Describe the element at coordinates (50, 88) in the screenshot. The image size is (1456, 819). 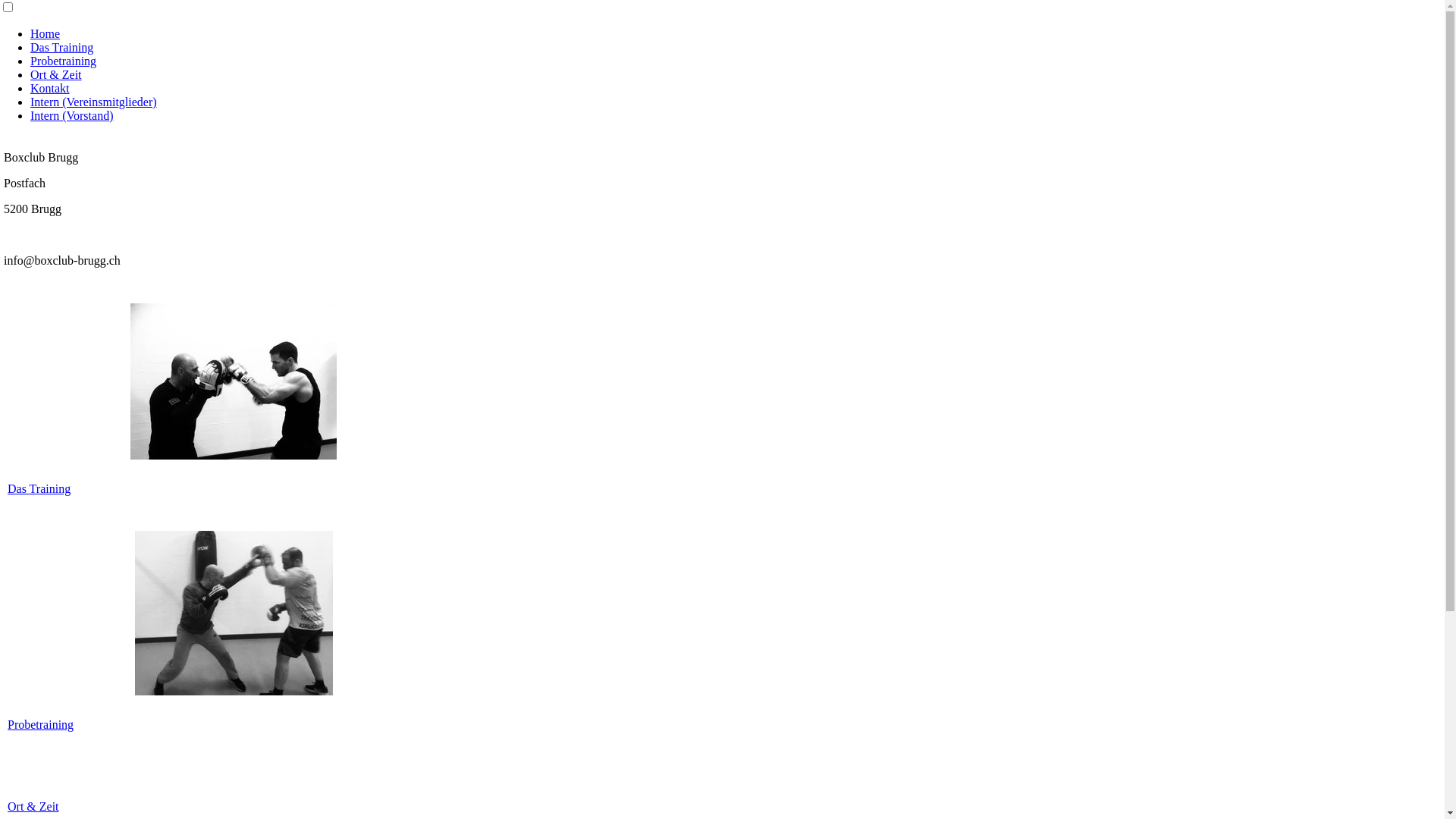
I see `'Kontakt'` at that location.